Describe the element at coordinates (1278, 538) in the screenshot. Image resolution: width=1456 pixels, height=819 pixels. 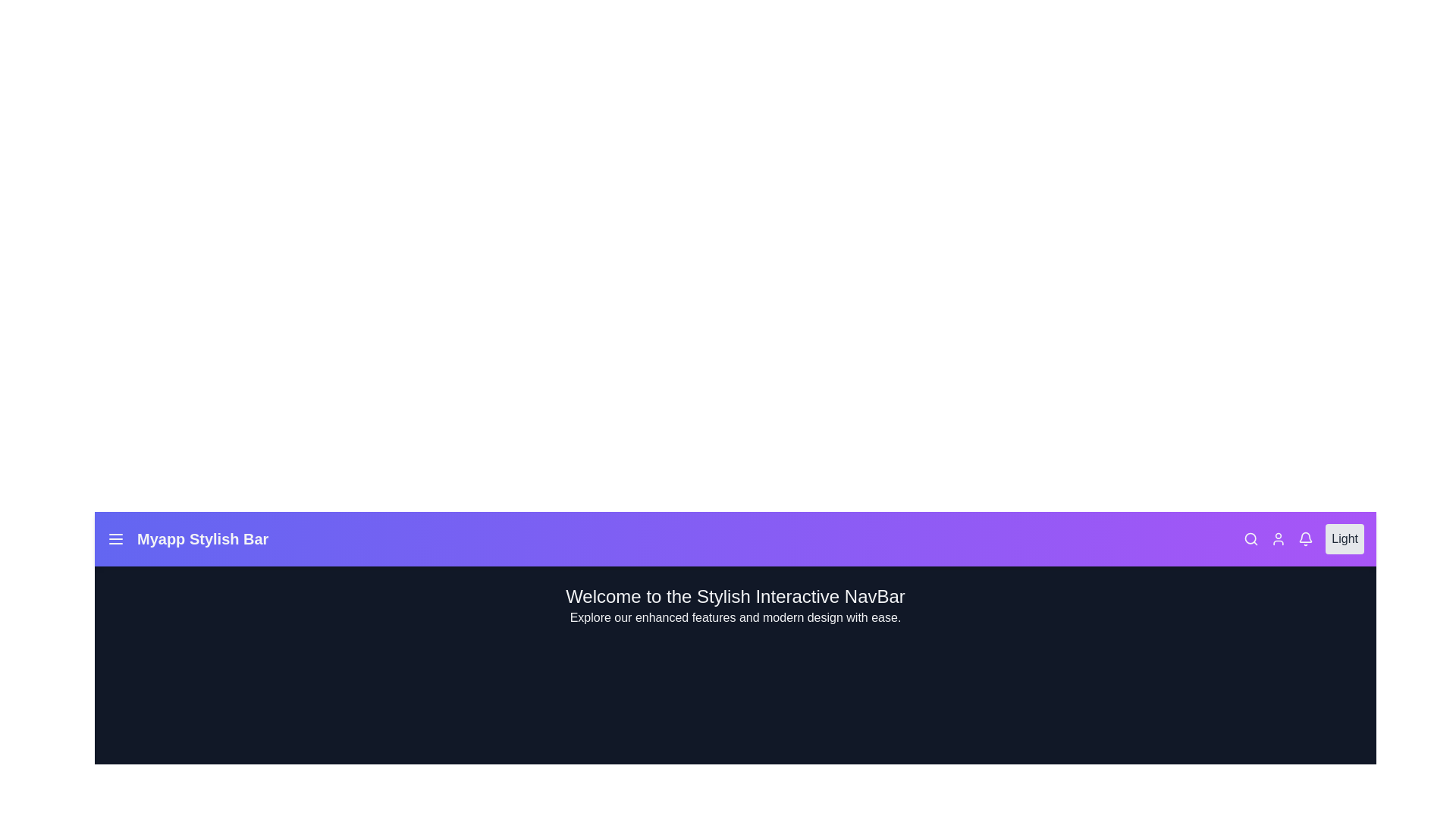
I see `the user icon to access user settings or profile` at that location.